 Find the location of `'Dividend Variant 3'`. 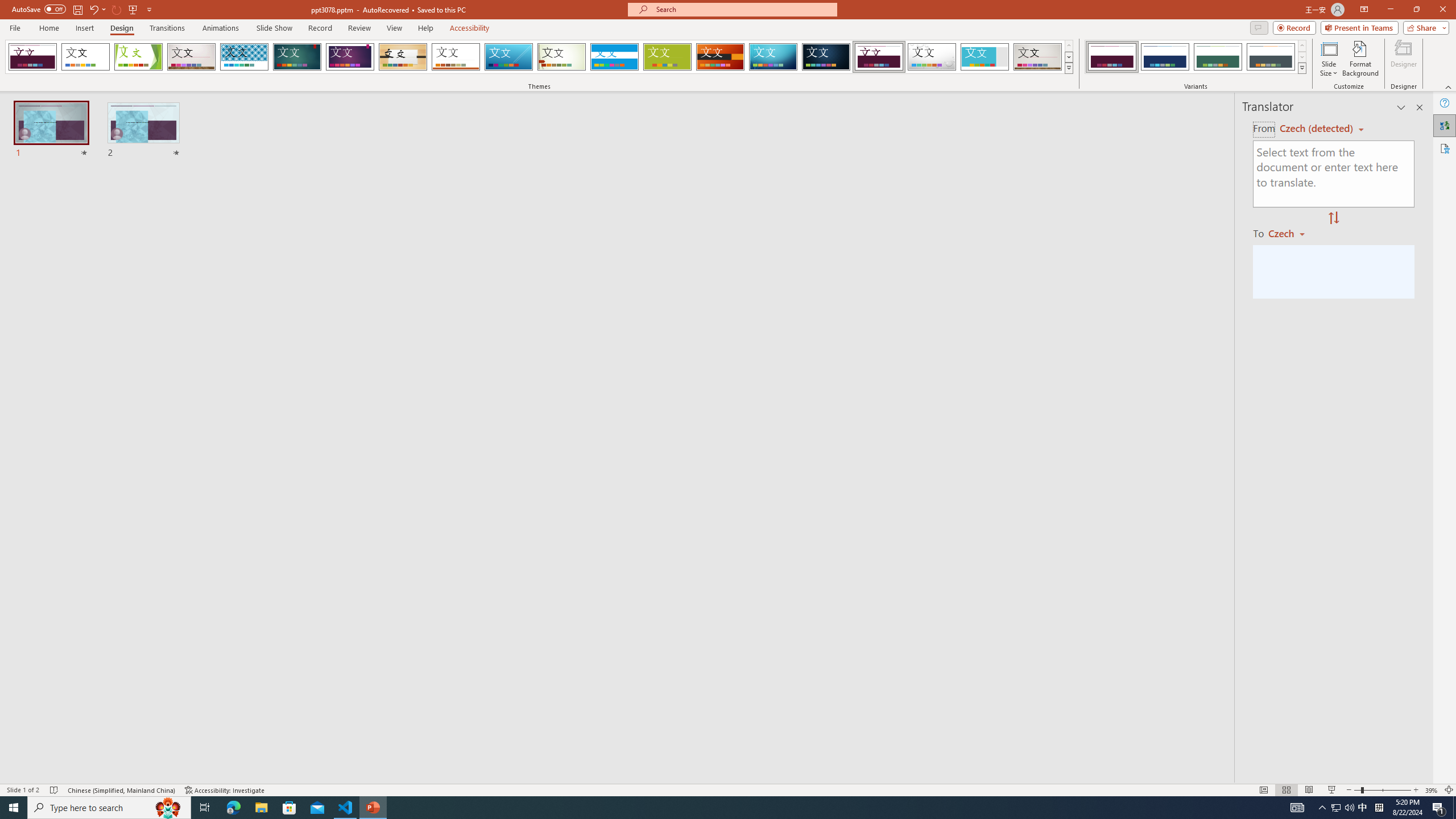

'Dividend Variant 3' is located at coordinates (1217, 56).